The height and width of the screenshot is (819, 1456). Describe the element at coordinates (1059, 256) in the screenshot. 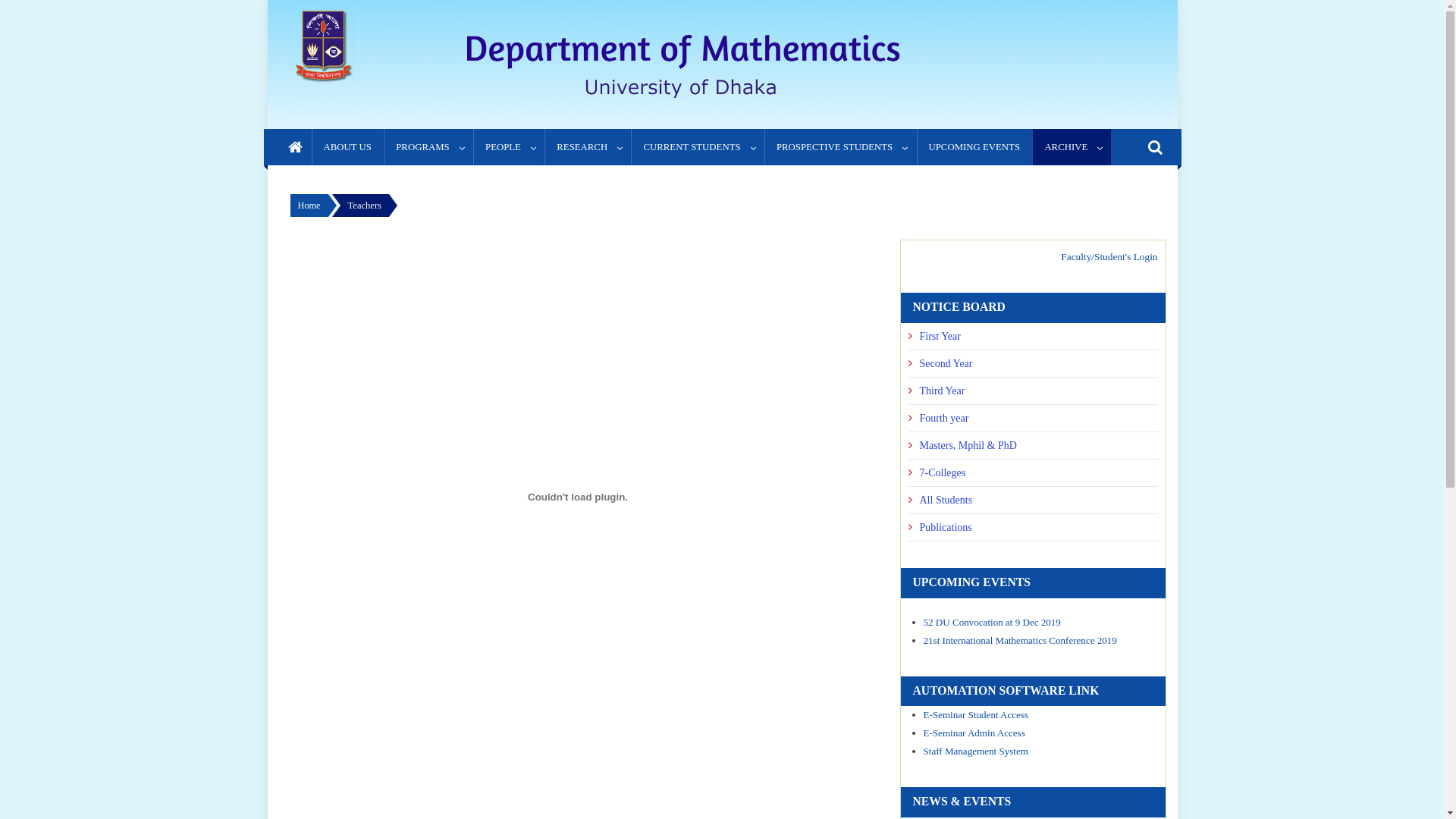

I see `'Faculty/Student's Login'` at that location.